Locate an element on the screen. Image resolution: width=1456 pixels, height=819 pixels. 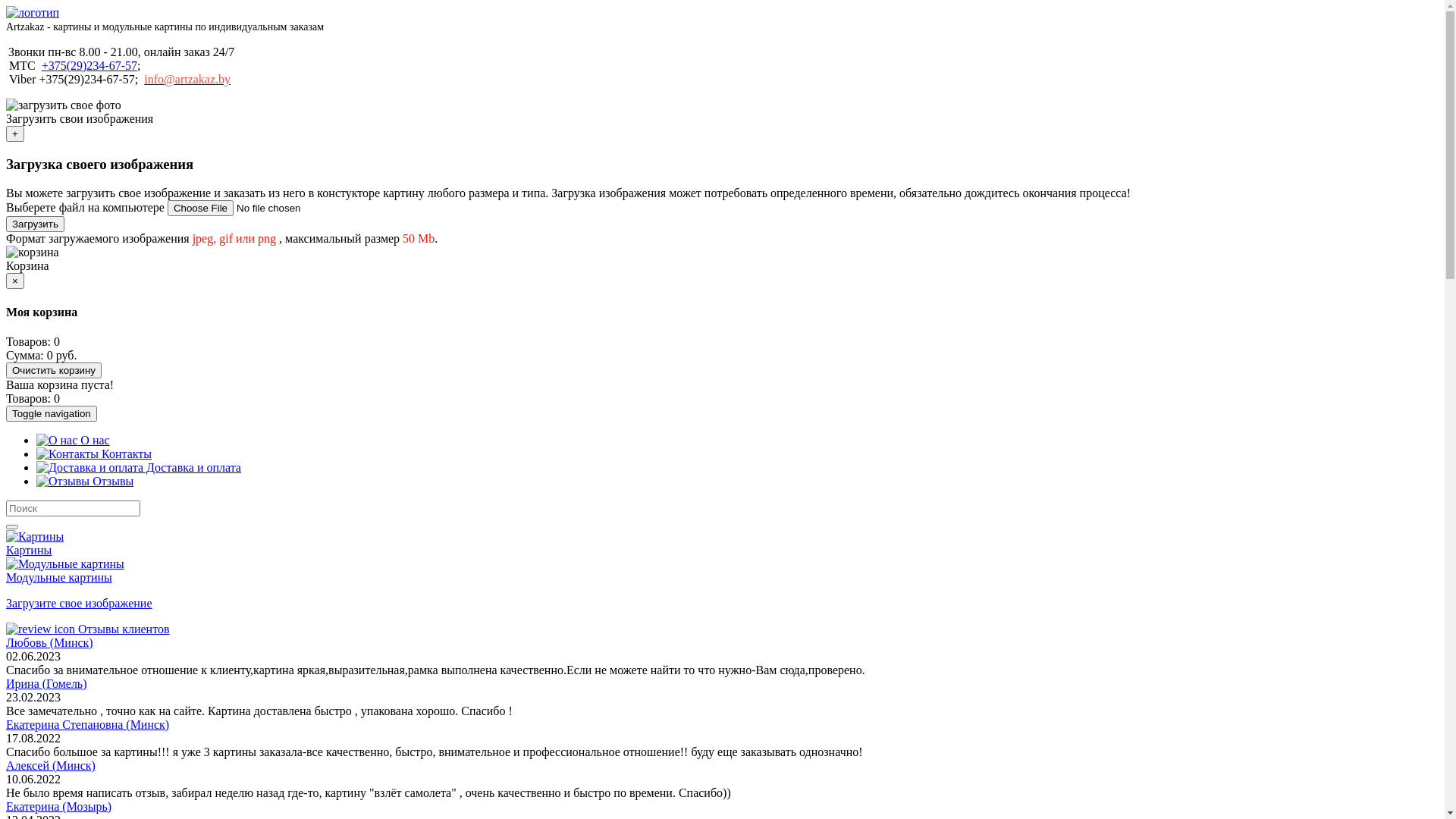
'+375(29)234-67-57' is located at coordinates (89, 64).